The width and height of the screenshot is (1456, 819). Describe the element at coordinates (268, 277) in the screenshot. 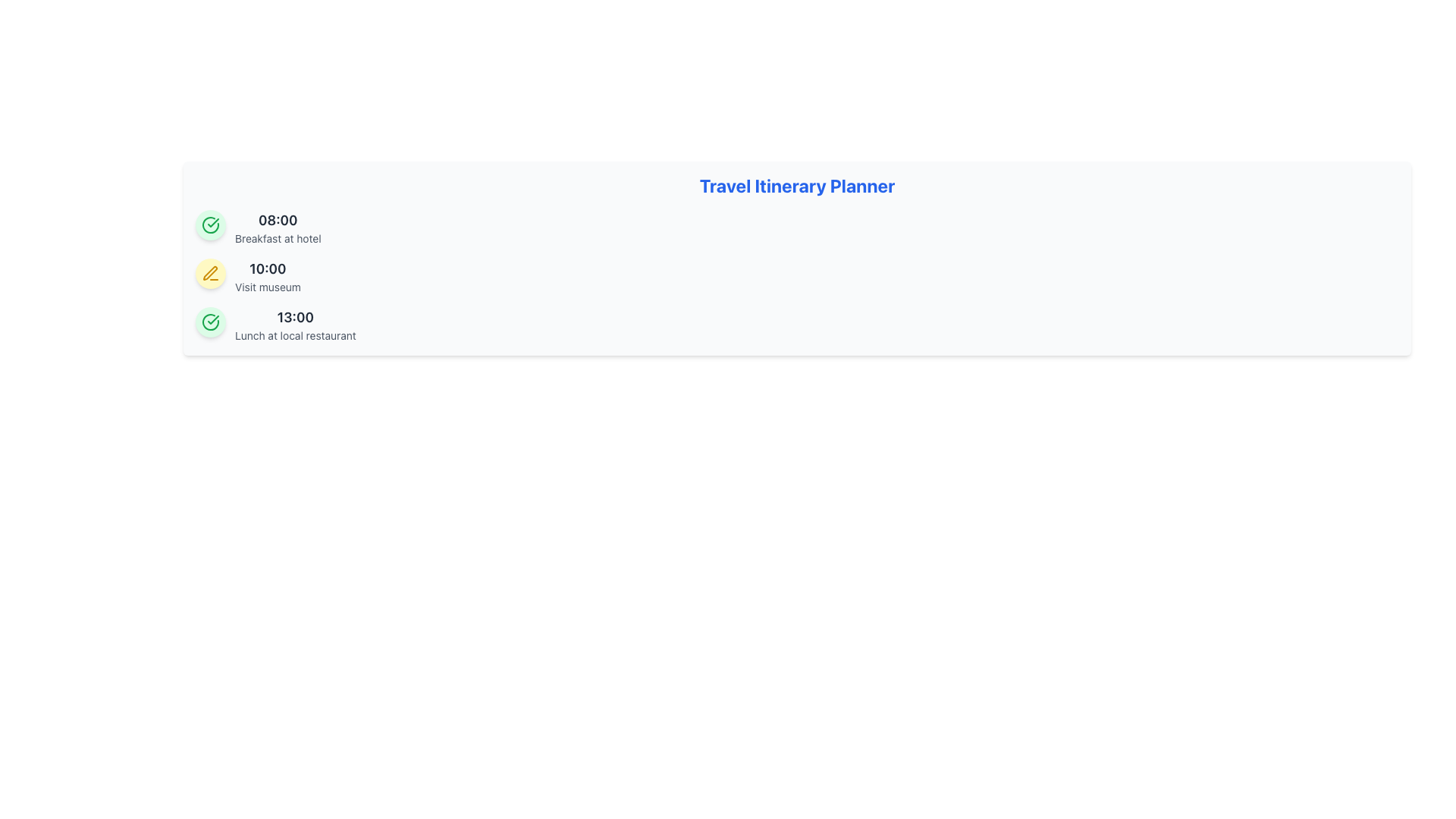

I see `the text block displaying the scheduled activity 'Visit museum' at '10:00', which is centrally located between '08:00 Breakfast at hotel' and '13:00 Lunch at local restaurant'` at that location.